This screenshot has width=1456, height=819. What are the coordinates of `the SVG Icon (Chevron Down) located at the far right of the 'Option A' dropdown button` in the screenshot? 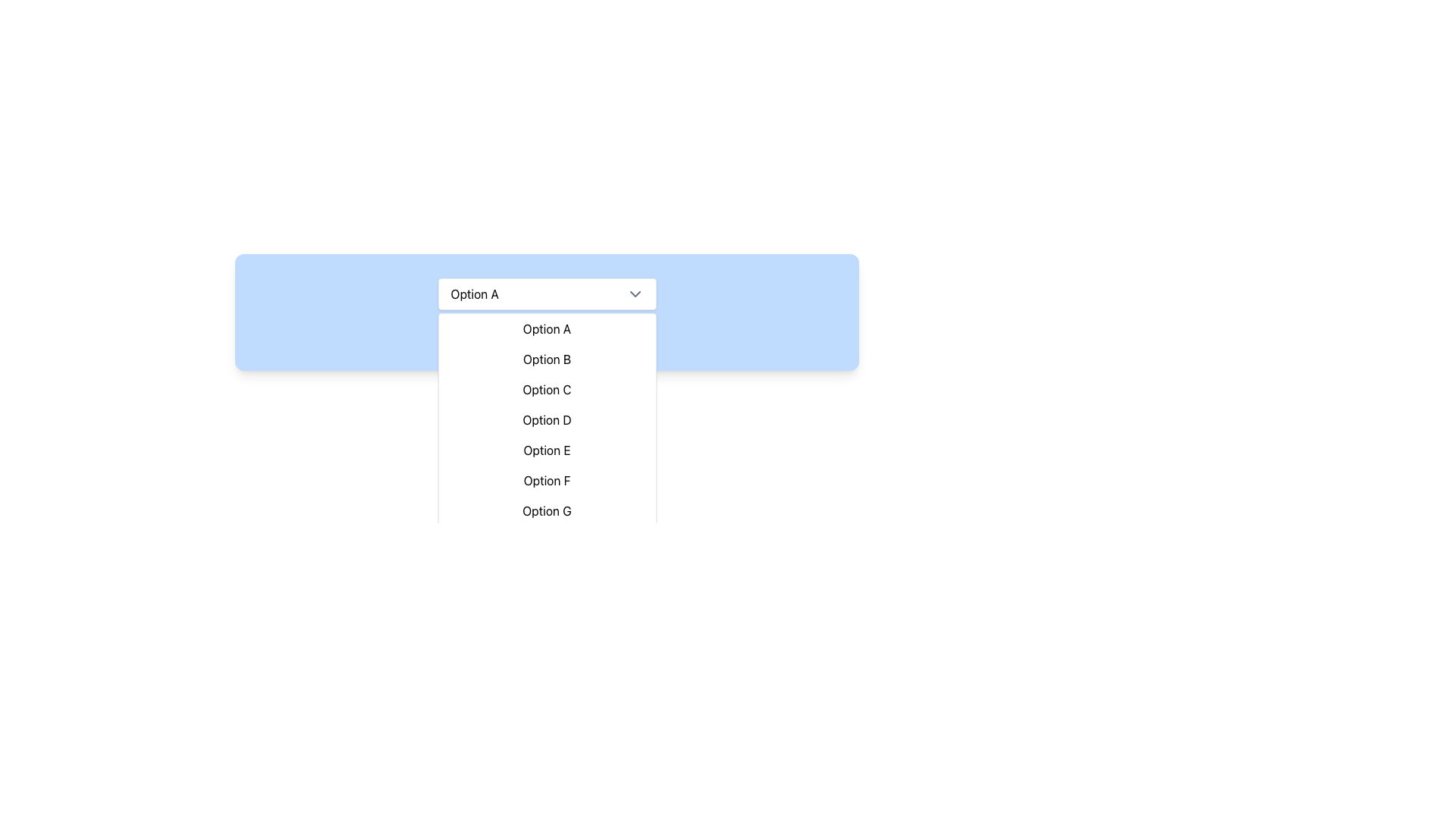 It's located at (635, 294).